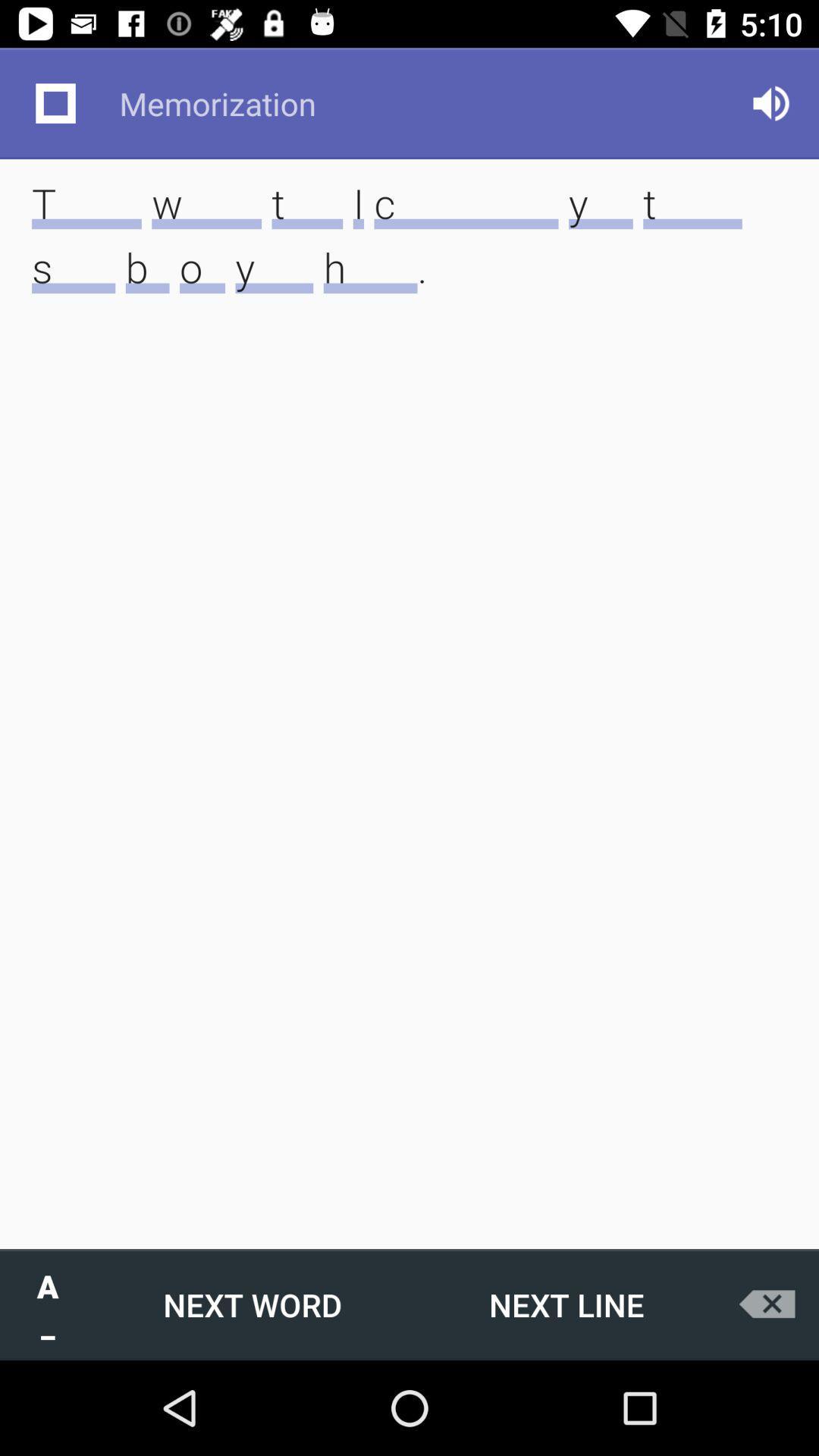 The width and height of the screenshot is (819, 1456). I want to click on icon above the these words that item, so click(55, 102).